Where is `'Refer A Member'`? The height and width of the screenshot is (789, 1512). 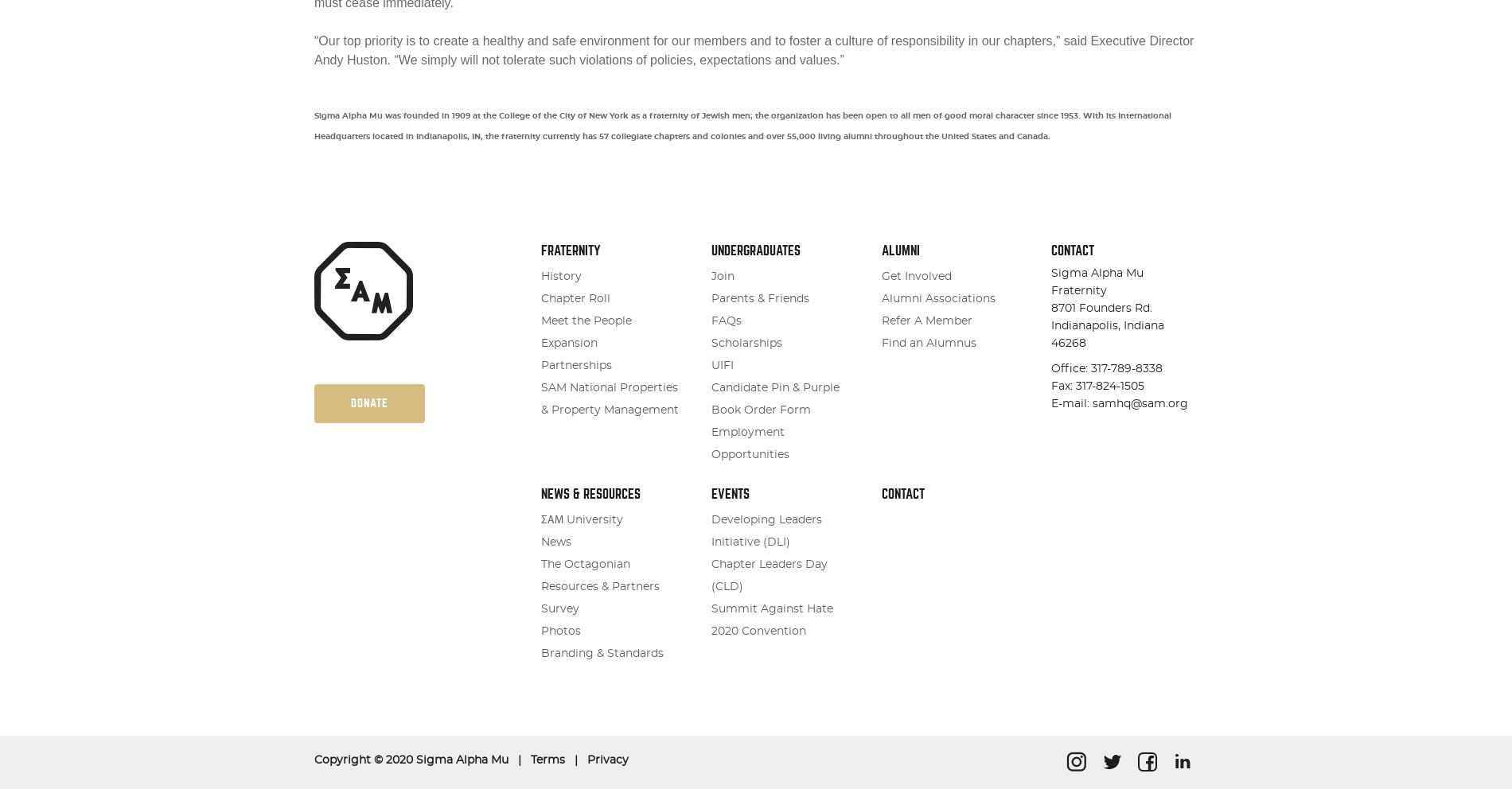
'Refer A Member' is located at coordinates (926, 321).